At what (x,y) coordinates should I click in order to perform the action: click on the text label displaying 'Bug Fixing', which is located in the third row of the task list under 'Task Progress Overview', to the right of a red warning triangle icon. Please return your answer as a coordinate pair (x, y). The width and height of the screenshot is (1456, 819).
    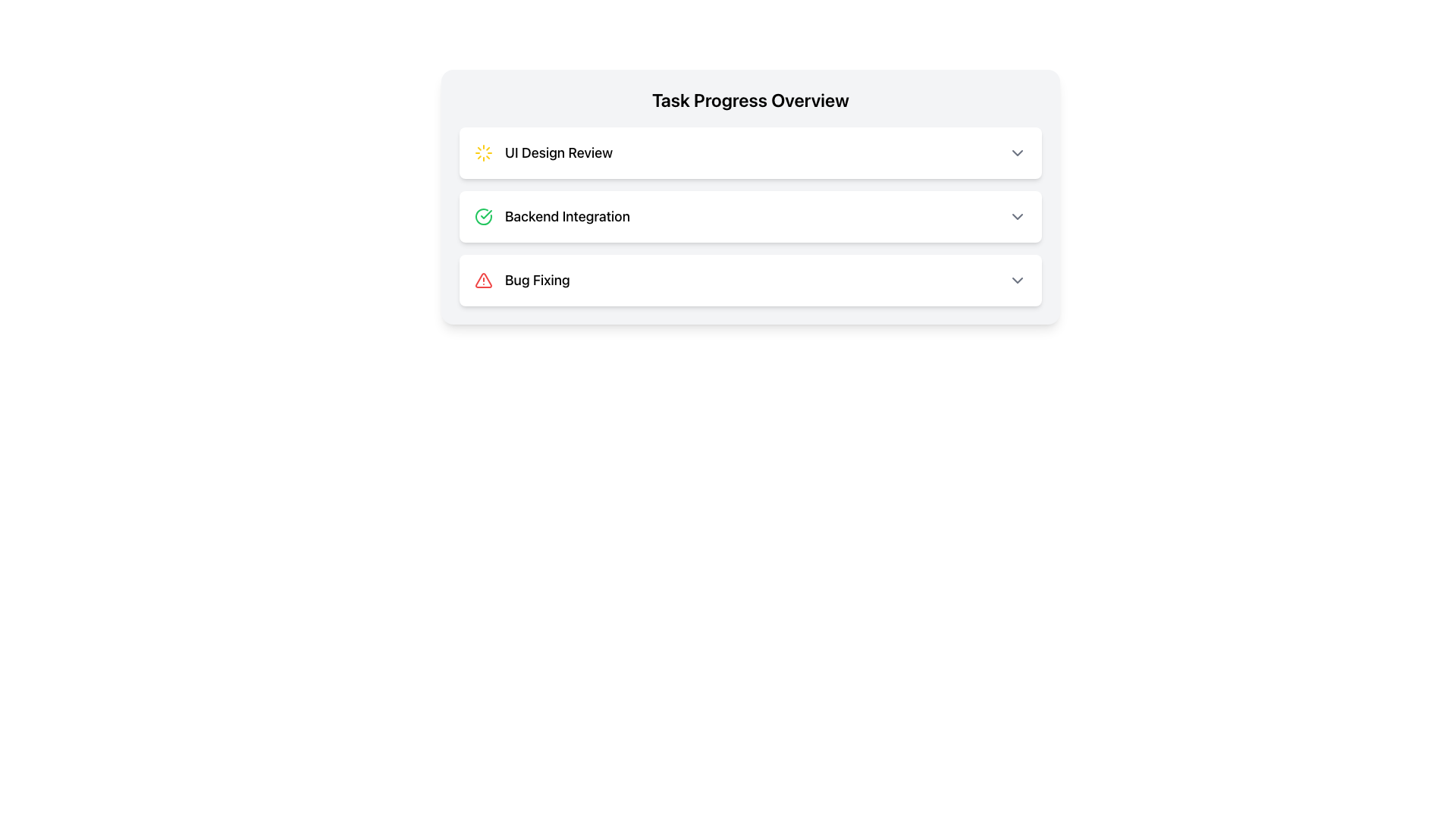
    Looking at the image, I should click on (537, 281).